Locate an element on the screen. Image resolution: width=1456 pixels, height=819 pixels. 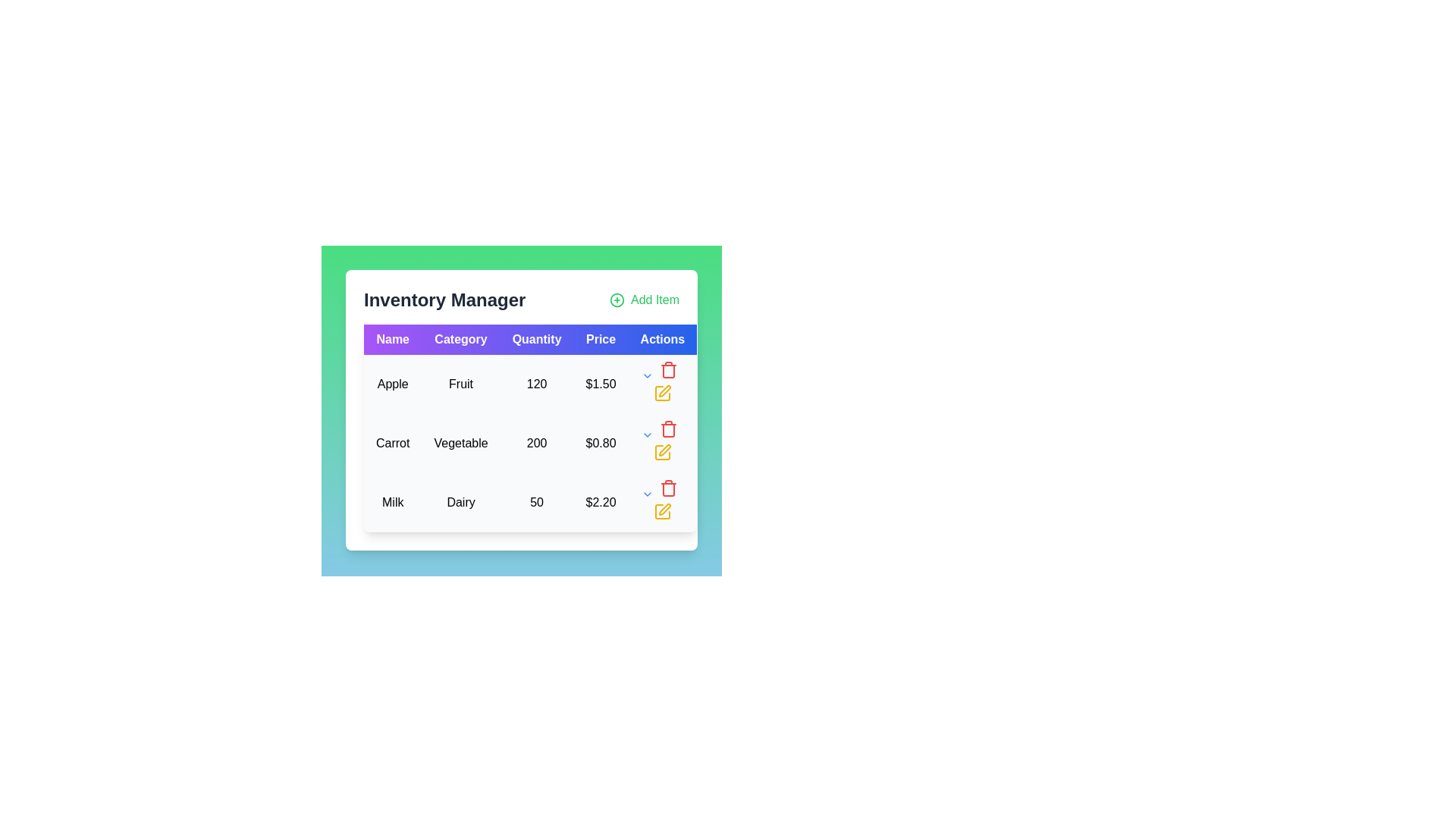
the edit icon in the last column of the third row for the 'Milk' entry is located at coordinates (662, 503).